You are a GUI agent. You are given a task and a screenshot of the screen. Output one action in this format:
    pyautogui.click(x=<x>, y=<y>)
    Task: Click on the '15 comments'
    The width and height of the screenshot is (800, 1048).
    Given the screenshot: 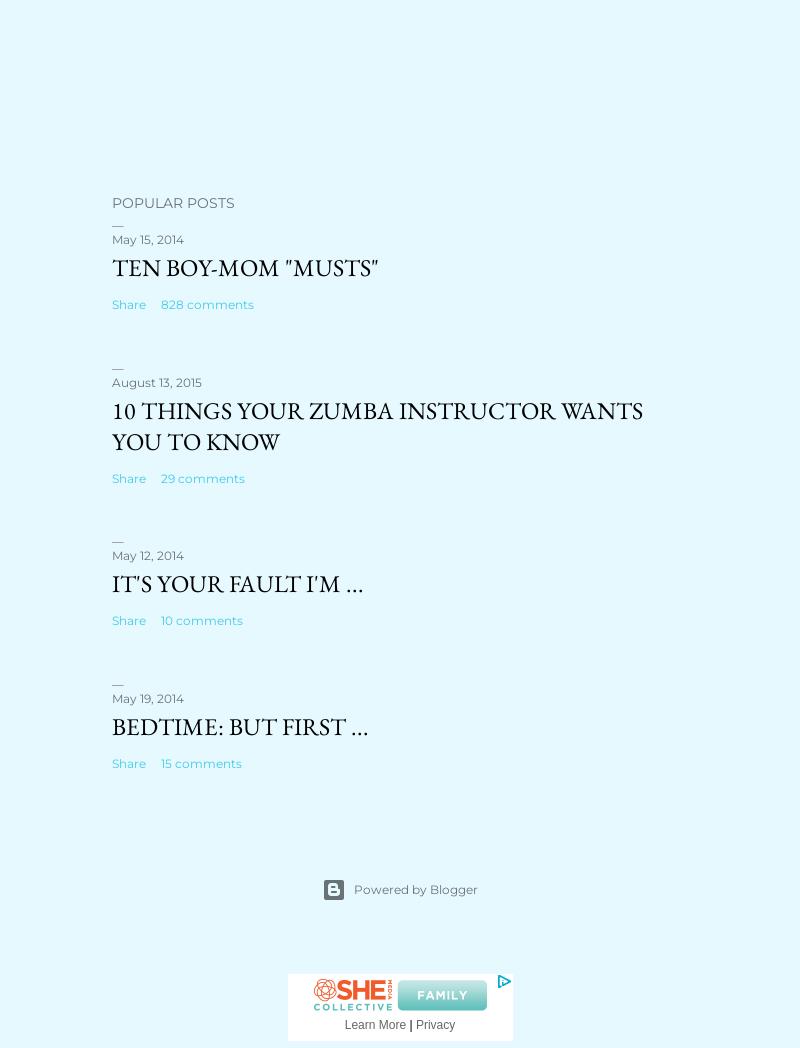 What is the action you would take?
    pyautogui.click(x=201, y=763)
    